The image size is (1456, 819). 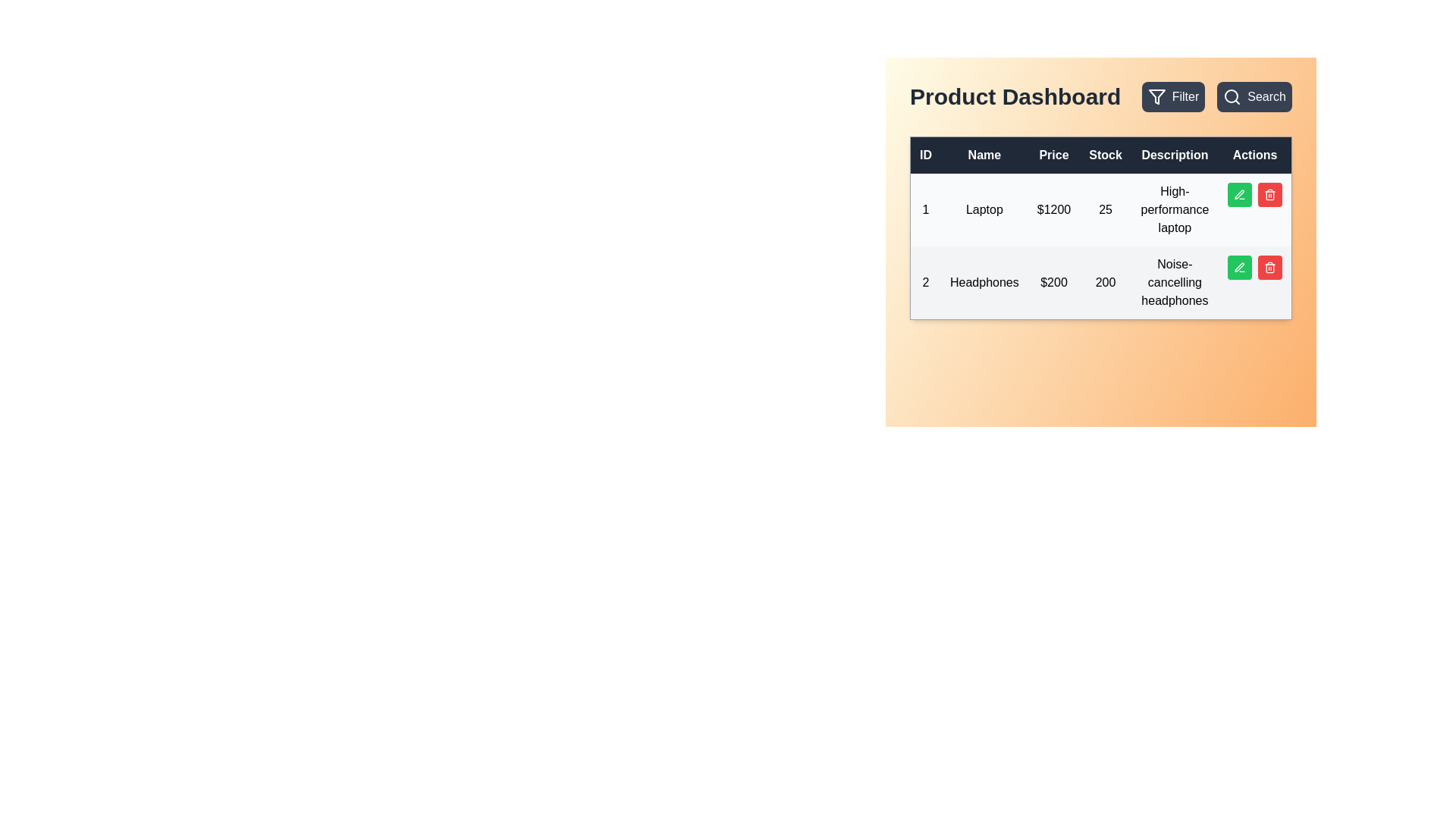 What do you see at coordinates (1232, 96) in the screenshot?
I see `the circular part of the search icon, which is located at the top right corner of the interface near the 'Search' label` at bounding box center [1232, 96].